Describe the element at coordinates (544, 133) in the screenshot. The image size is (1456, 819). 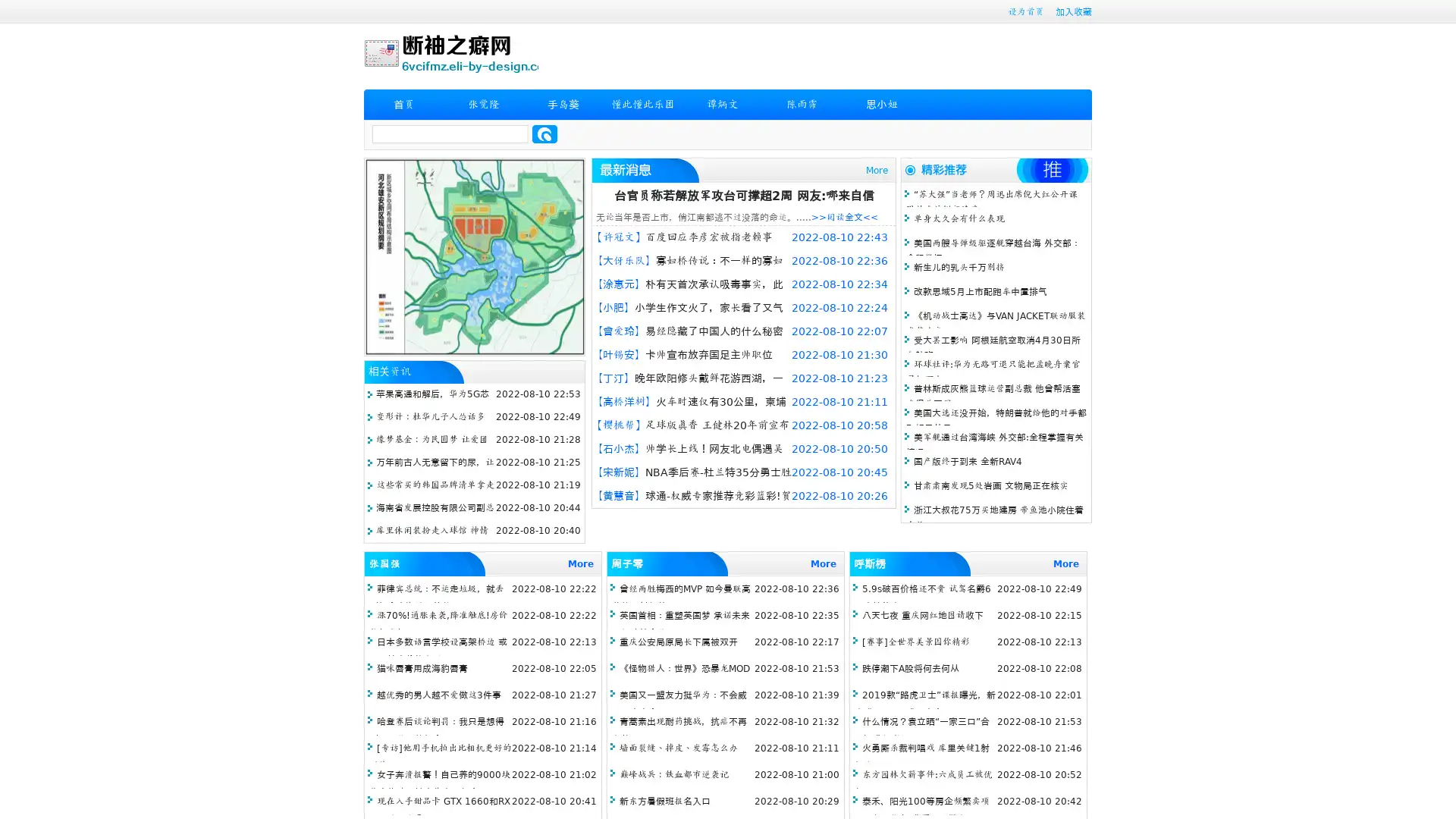
I see `Search` at that location.